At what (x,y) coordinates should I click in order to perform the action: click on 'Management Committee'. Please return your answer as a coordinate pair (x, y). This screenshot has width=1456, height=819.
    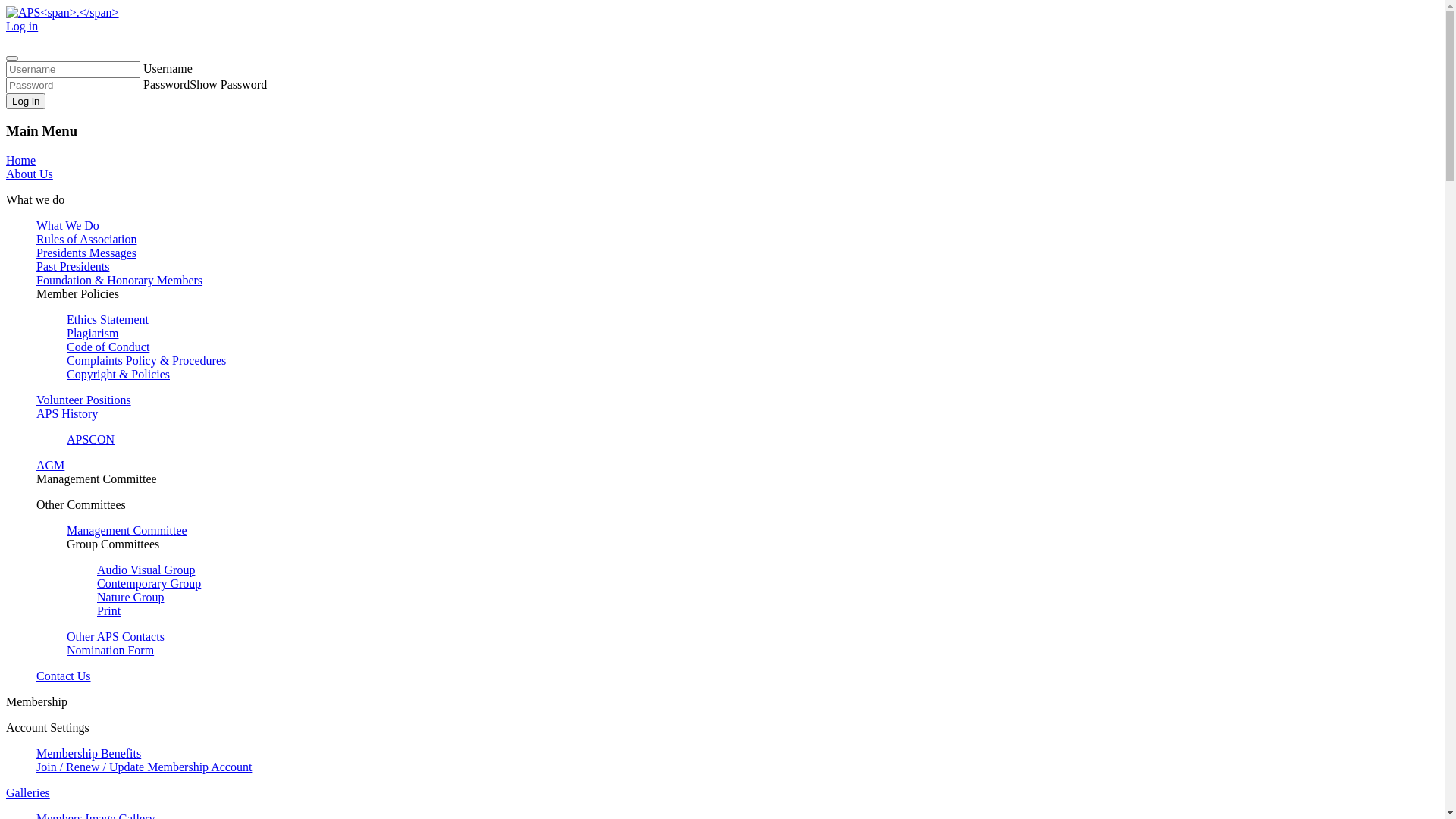
    Looking at the image, I should click on (65, 529).